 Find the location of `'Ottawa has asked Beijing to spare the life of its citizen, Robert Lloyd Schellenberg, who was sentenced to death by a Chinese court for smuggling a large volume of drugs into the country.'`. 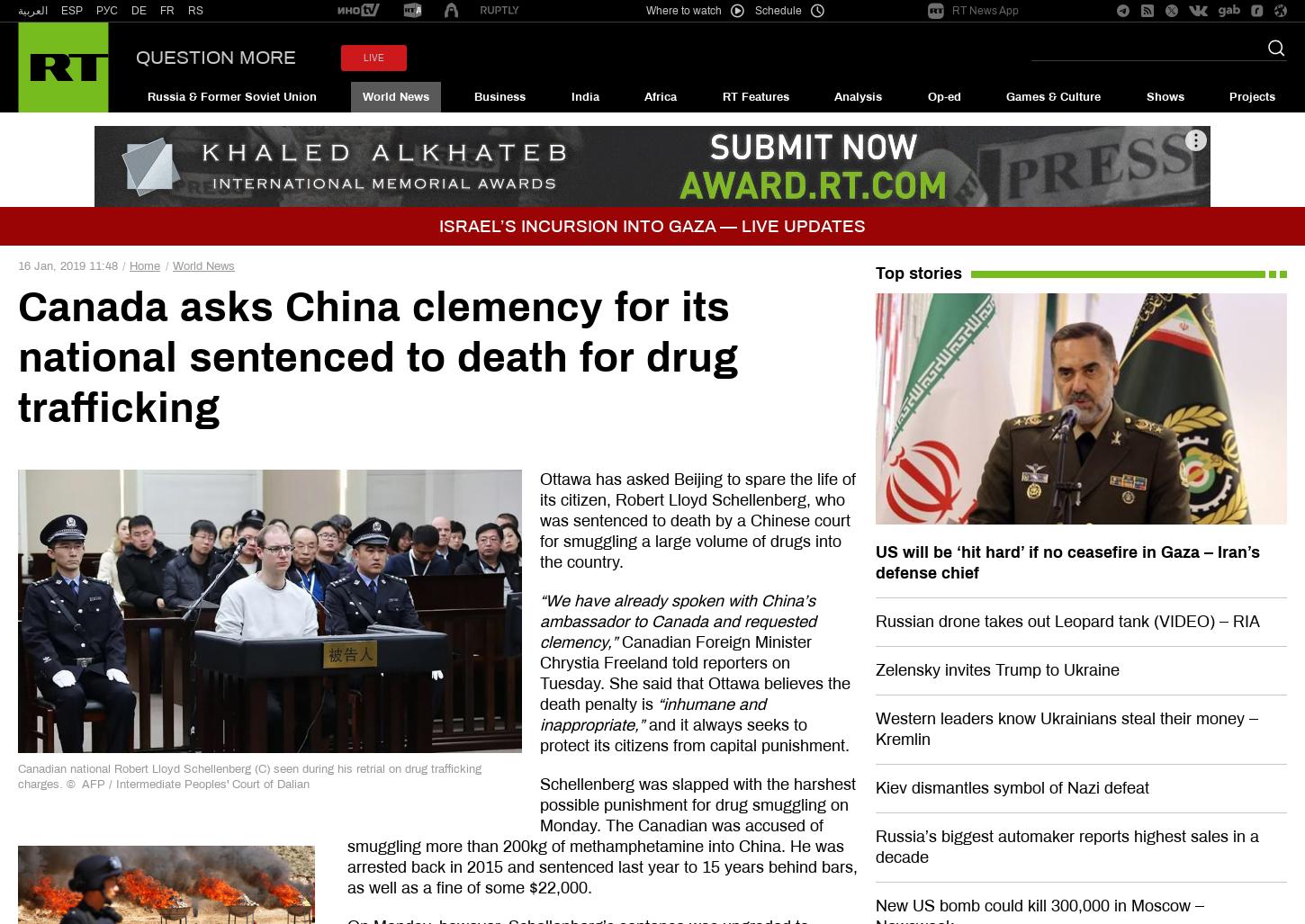

'Ottawa has asked Beijing to spare the life of its citizen, Robert Lloyd Schellenberg, who was sentenced to death by a Chinese court for smuggling a large volume of drugs into the country.' is located at coordinates (538, 521).